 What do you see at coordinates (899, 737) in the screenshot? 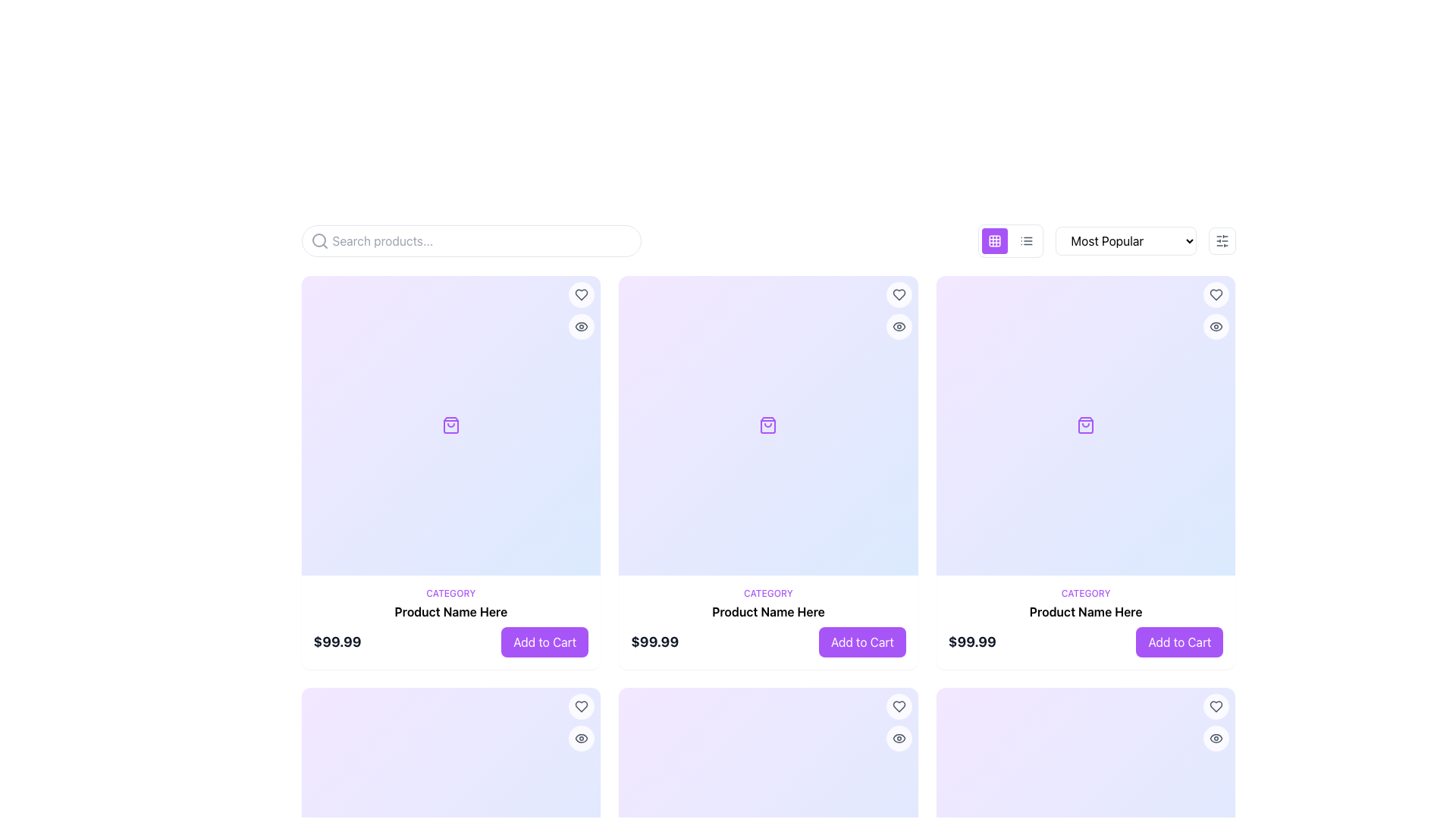
I see `the eye-shaped icon within the white circular button located at the bottom right corner of the card interface` at bounding box center [899, 737].